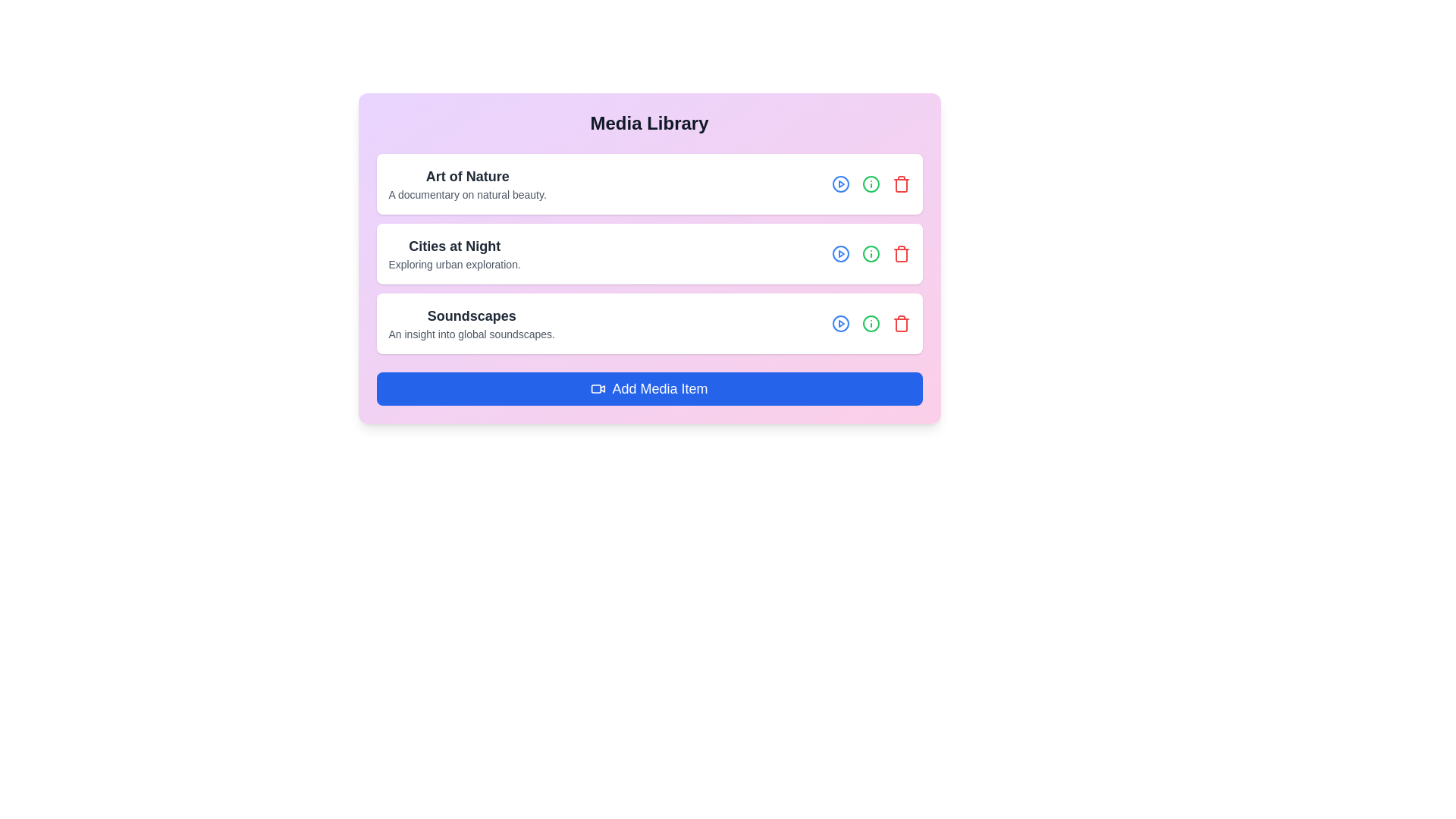 This screenshot has width=1456, height=819. What do you see at coordinates (839, 323) in the screenshot?
I see `the play icon for the media item titled 'Soundscapes'` at bounding box center [839, 323].